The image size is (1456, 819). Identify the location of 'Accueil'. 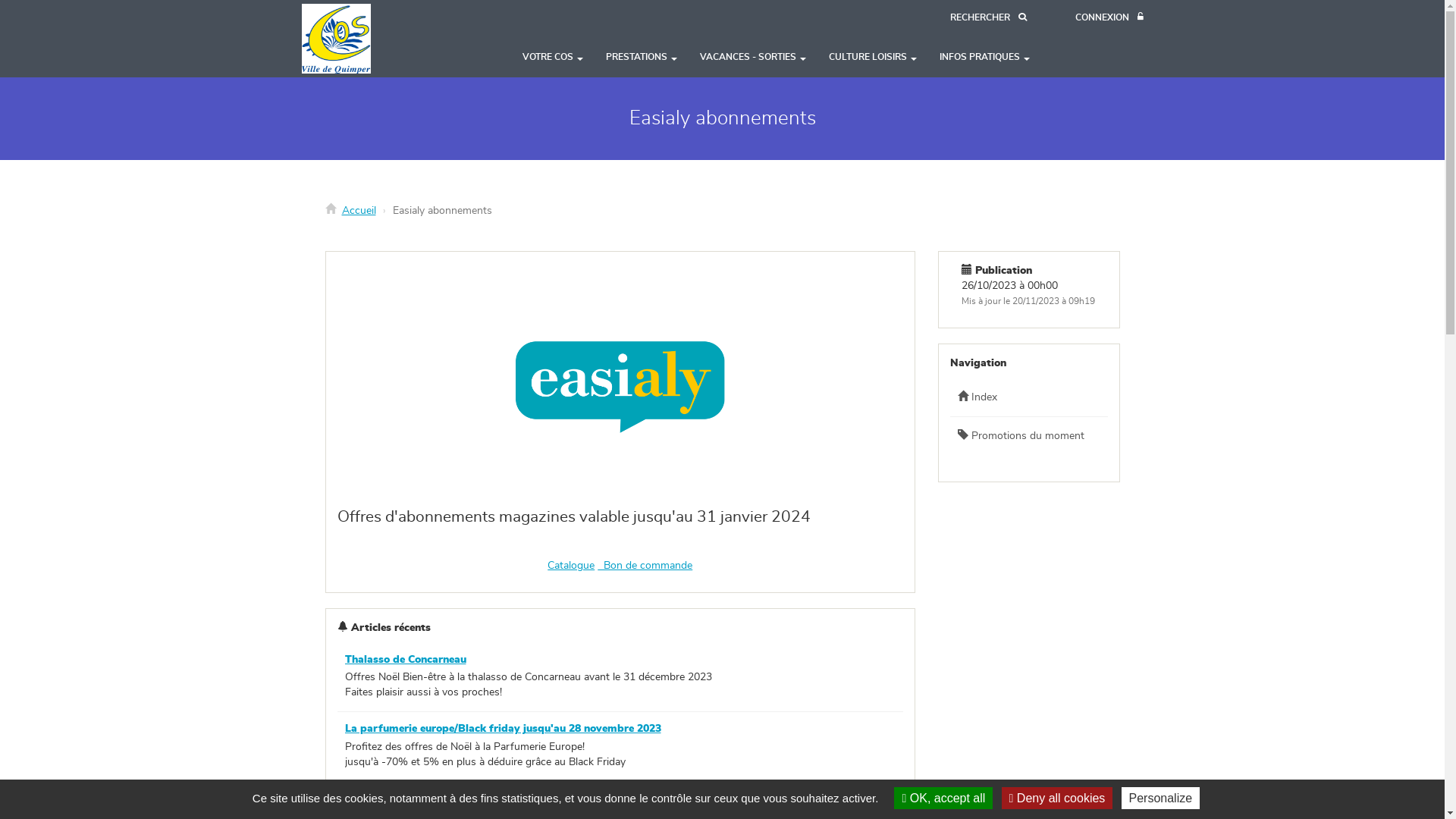
(357, 210).